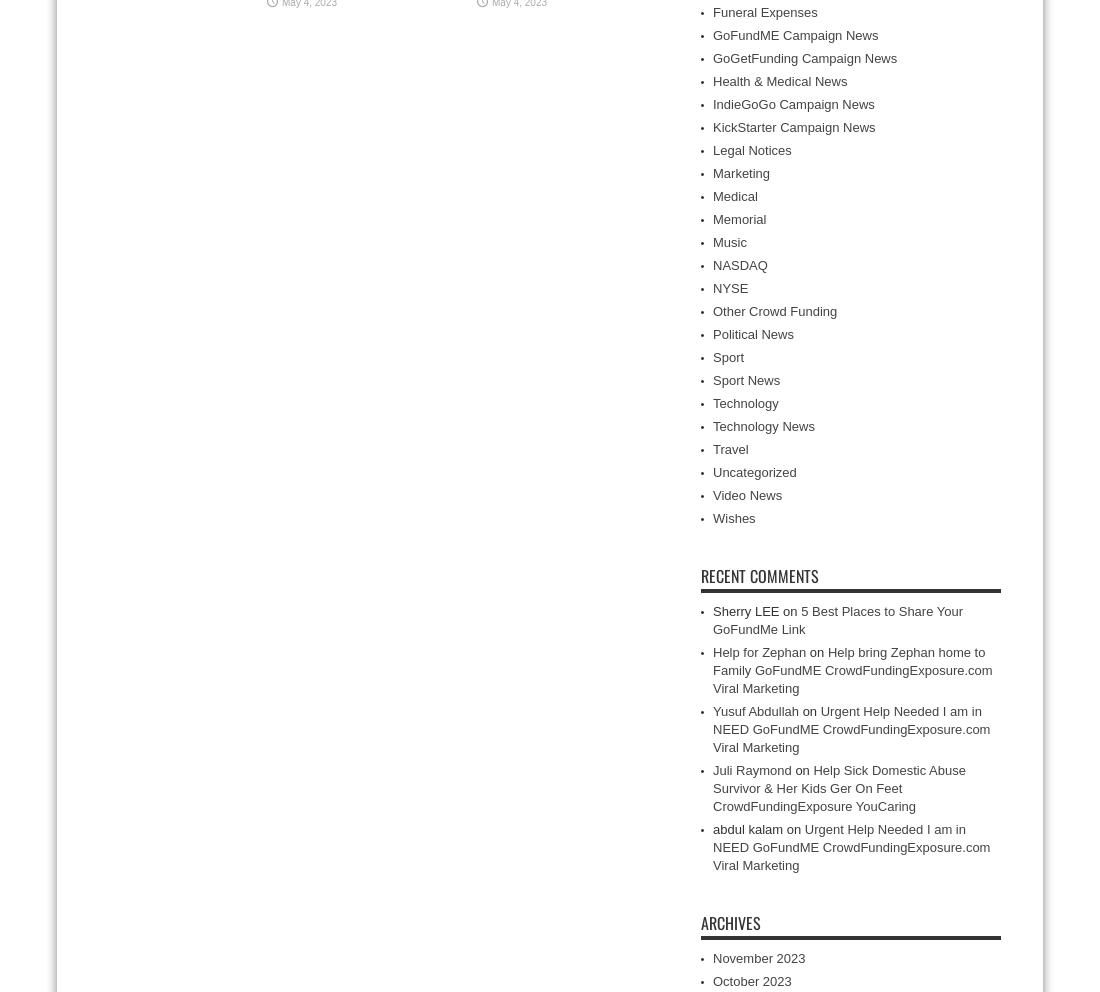  Describe the element at coordinates (837, 788) in the screenshot. I see `'Help Sick Domestic Abuse Survivor & Her Kids Ger On Feet CrowdFundingExposure YouCaring'` at that location.